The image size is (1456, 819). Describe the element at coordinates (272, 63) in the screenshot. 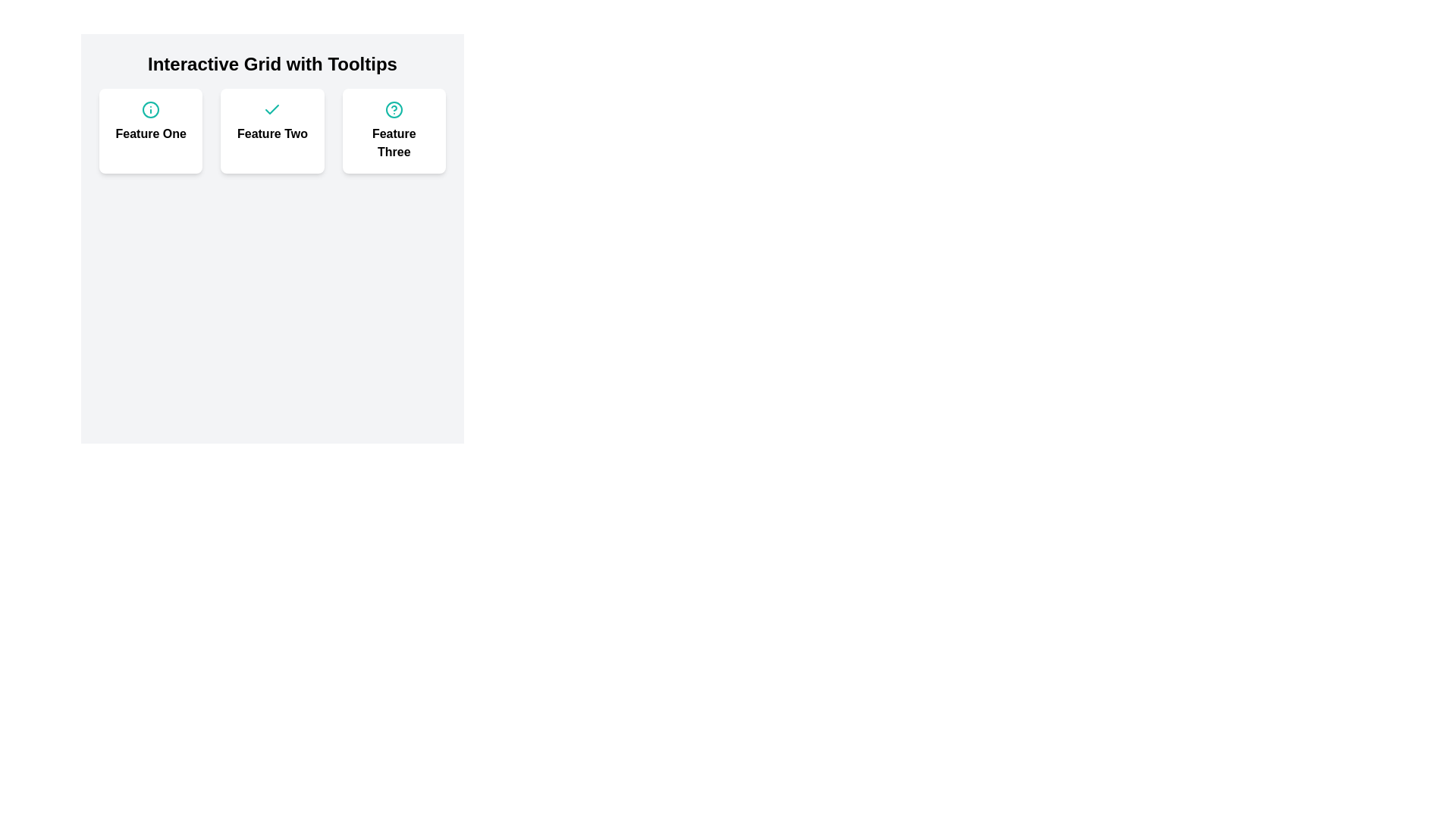

I see `the bold header text 'Interactive Grid with Tooltips' which is prominently displayed at the top of the white panel` at that location.